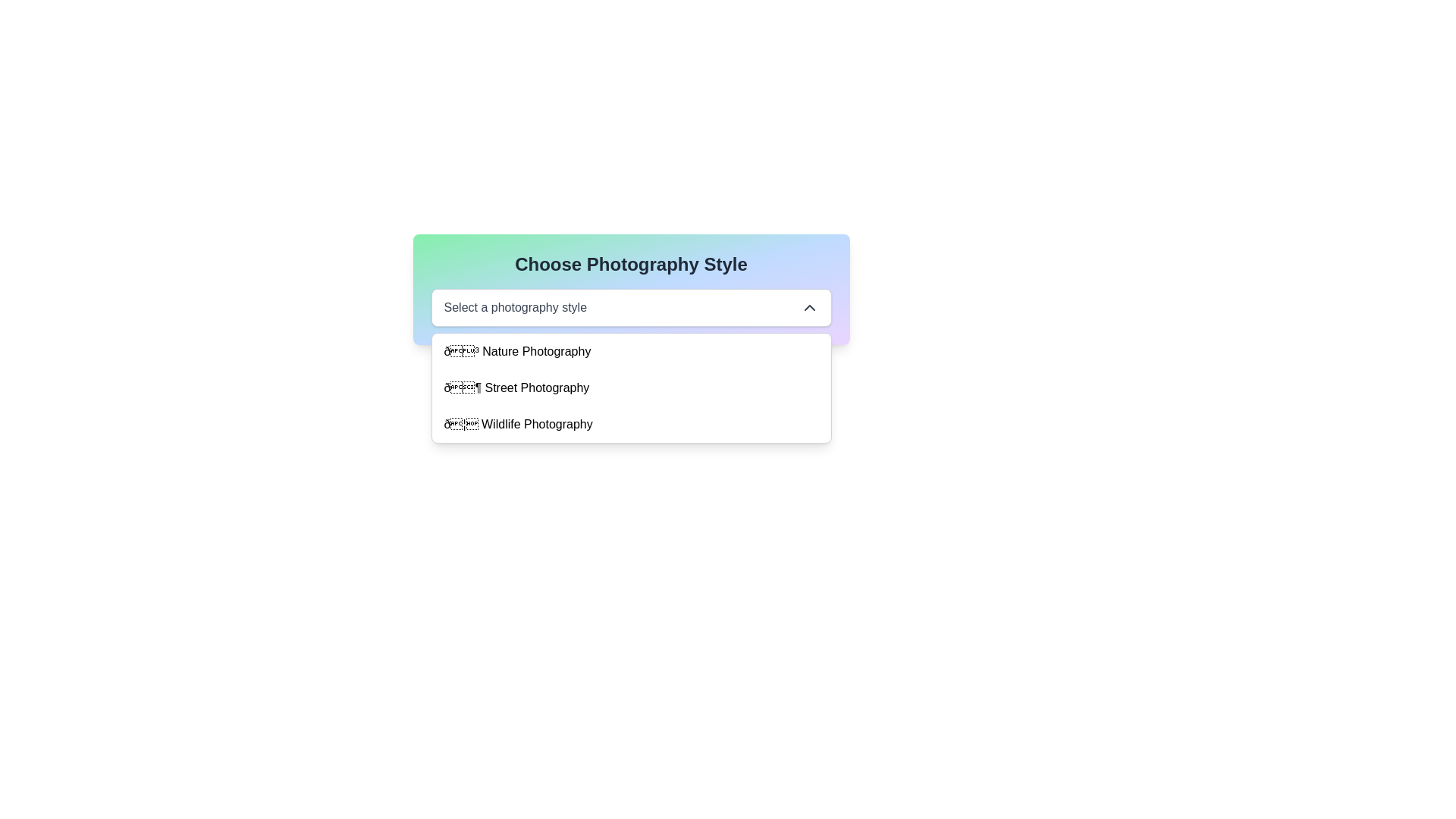 This screenshot has width=1456, height=819. Describe the element at coordinates (631, 351) in the screenshot. I see `the first item in the dropdown list labeled 'Nature Photography'` at that location.